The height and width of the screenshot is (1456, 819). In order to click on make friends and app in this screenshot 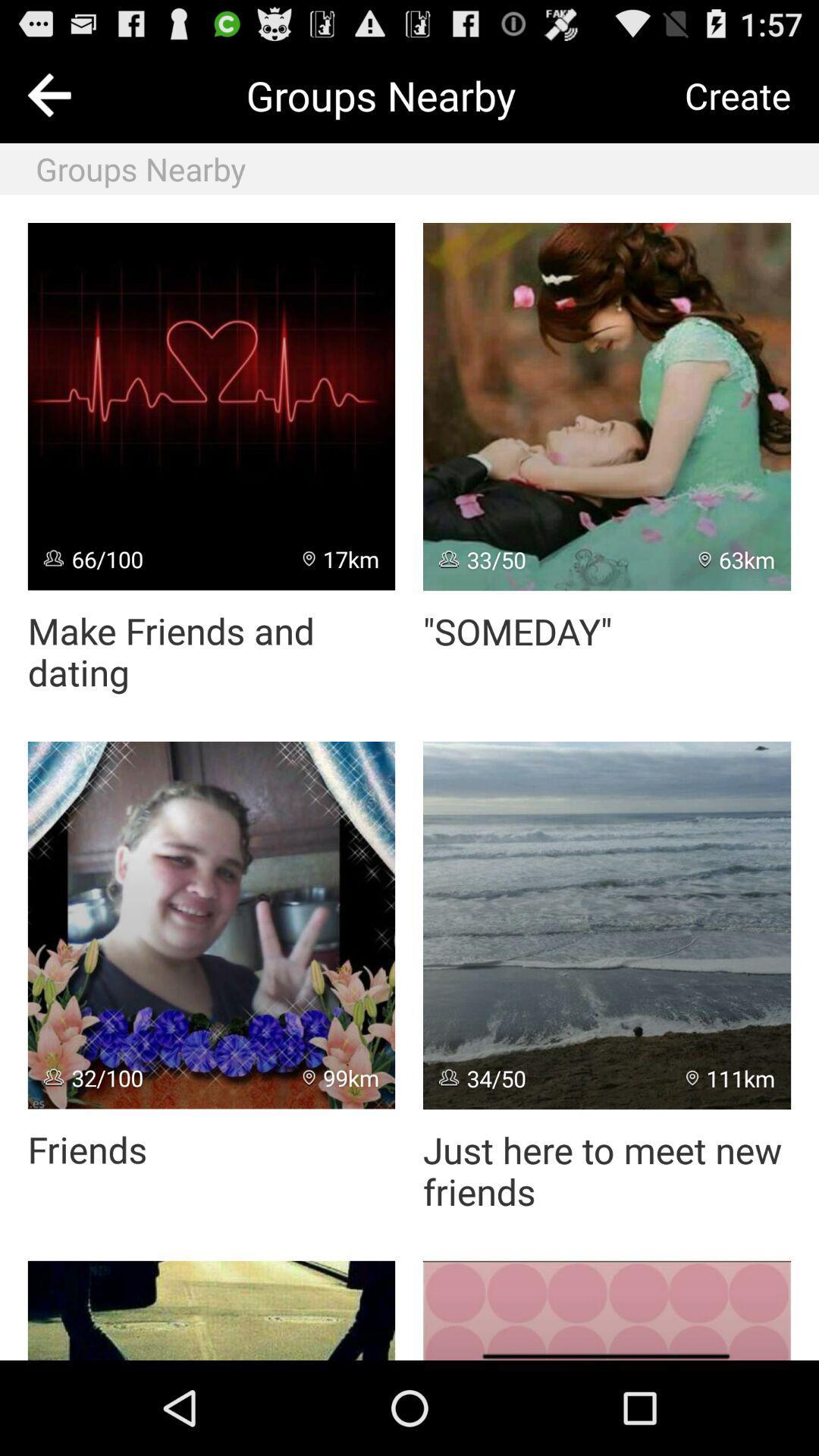, I will do `click(211, 651)`.